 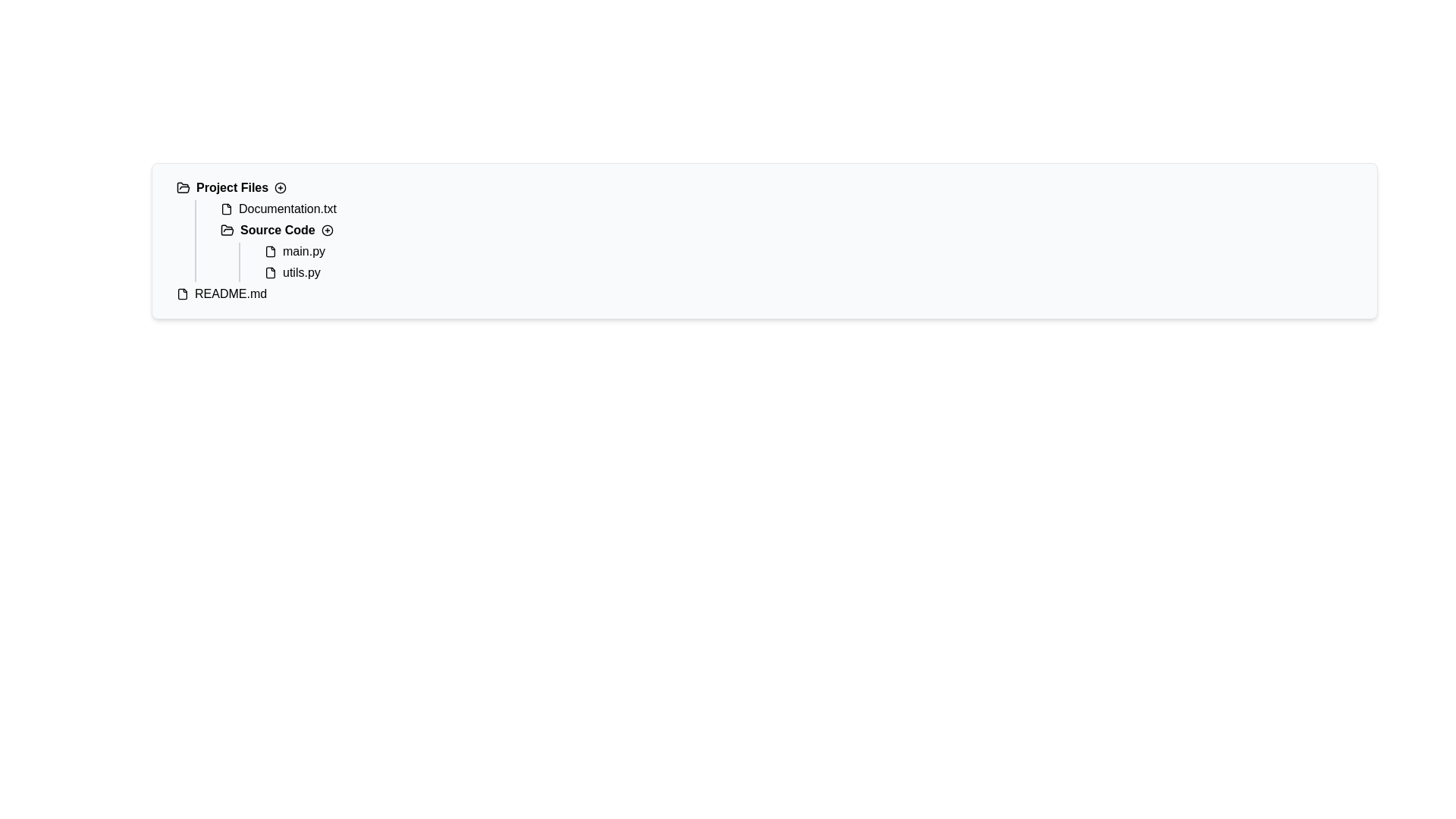 What do you see at coordinates (225, 209) in the screenshot?
I see `the generic file icon representing 'Documentation.txt'` at bounding box center [225, 209].